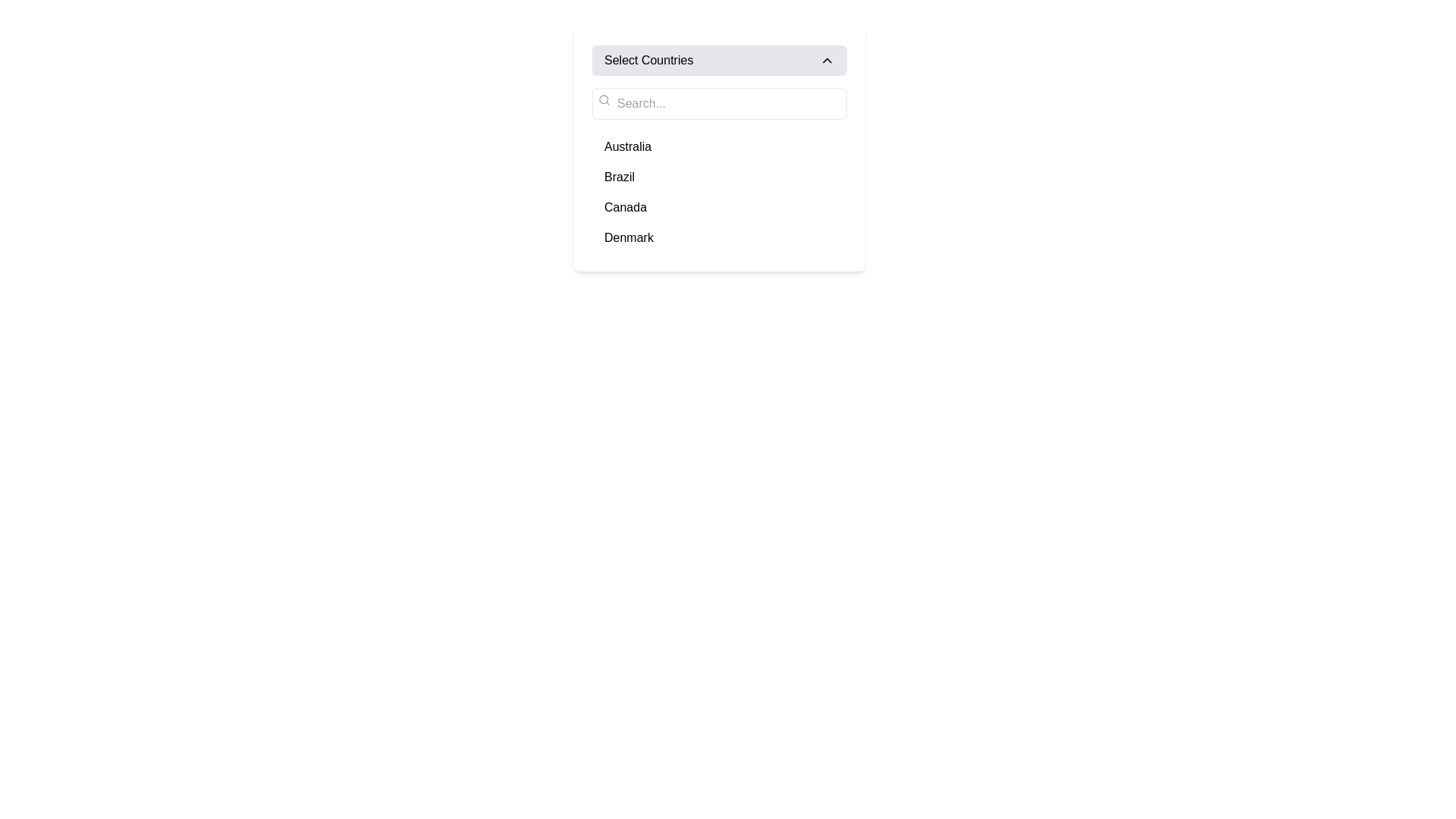  I want to click on the second item 'Australia' in the drop-down menu 'Select Countries', so click(719, 149).